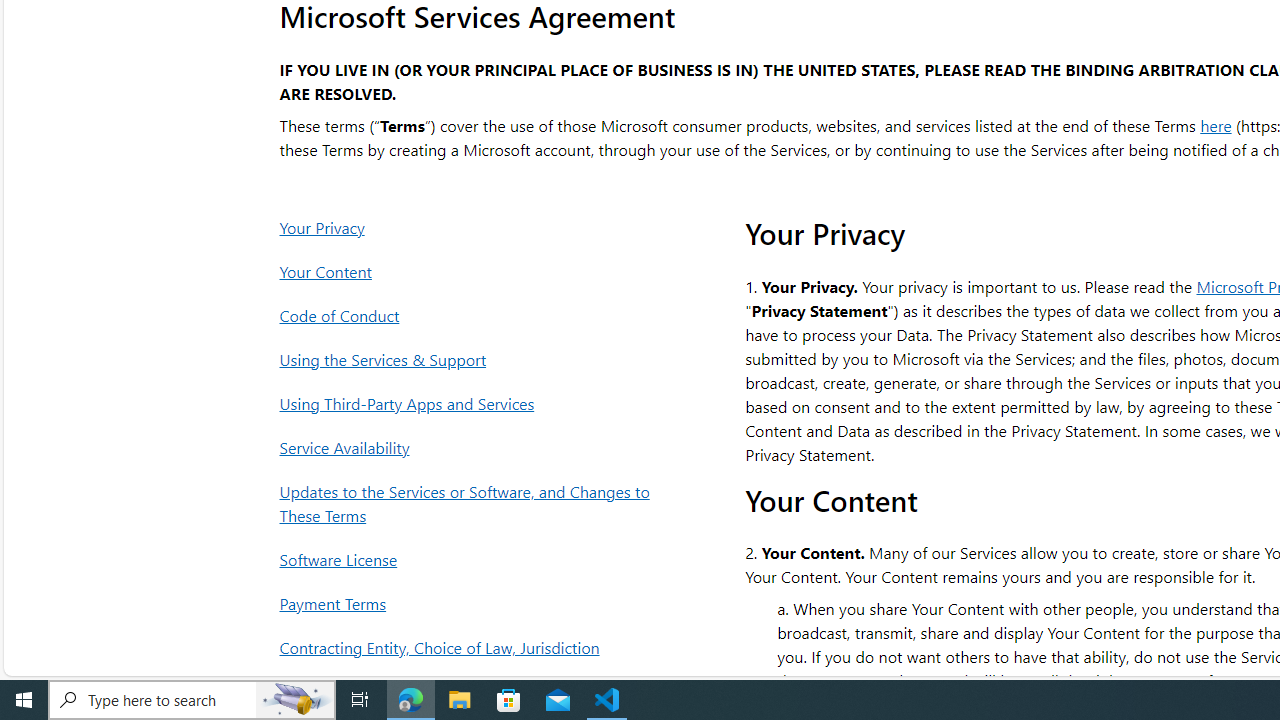  Describe the element at coordinates (1215, 124) in the screenshot. I see `'here'` at that location.